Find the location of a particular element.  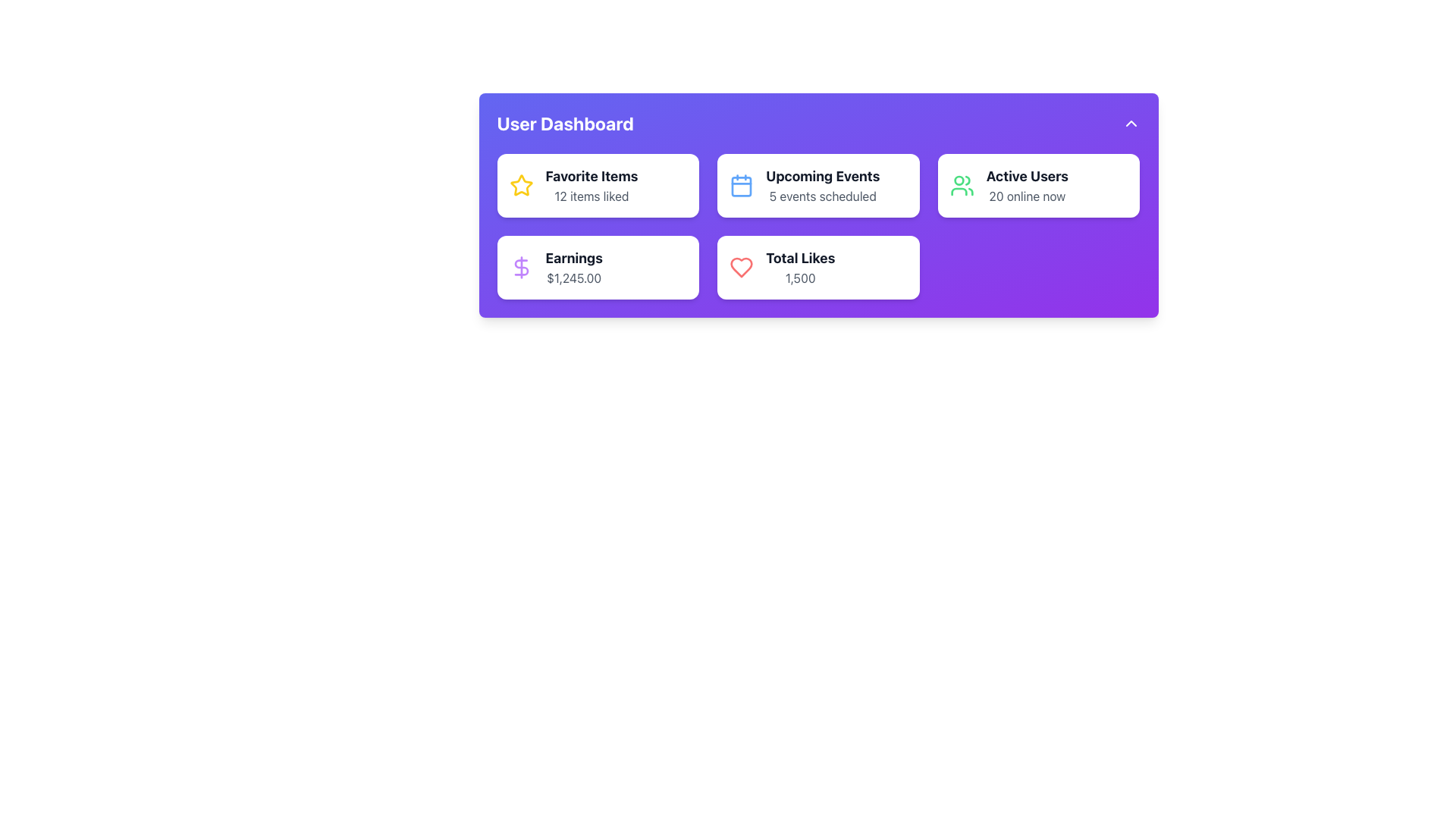

the text label displaying '12 items liked' located below the title 'Favorite Items' in the top-left rectangular block of the dashboard interface is located at coordinates (591, 195).